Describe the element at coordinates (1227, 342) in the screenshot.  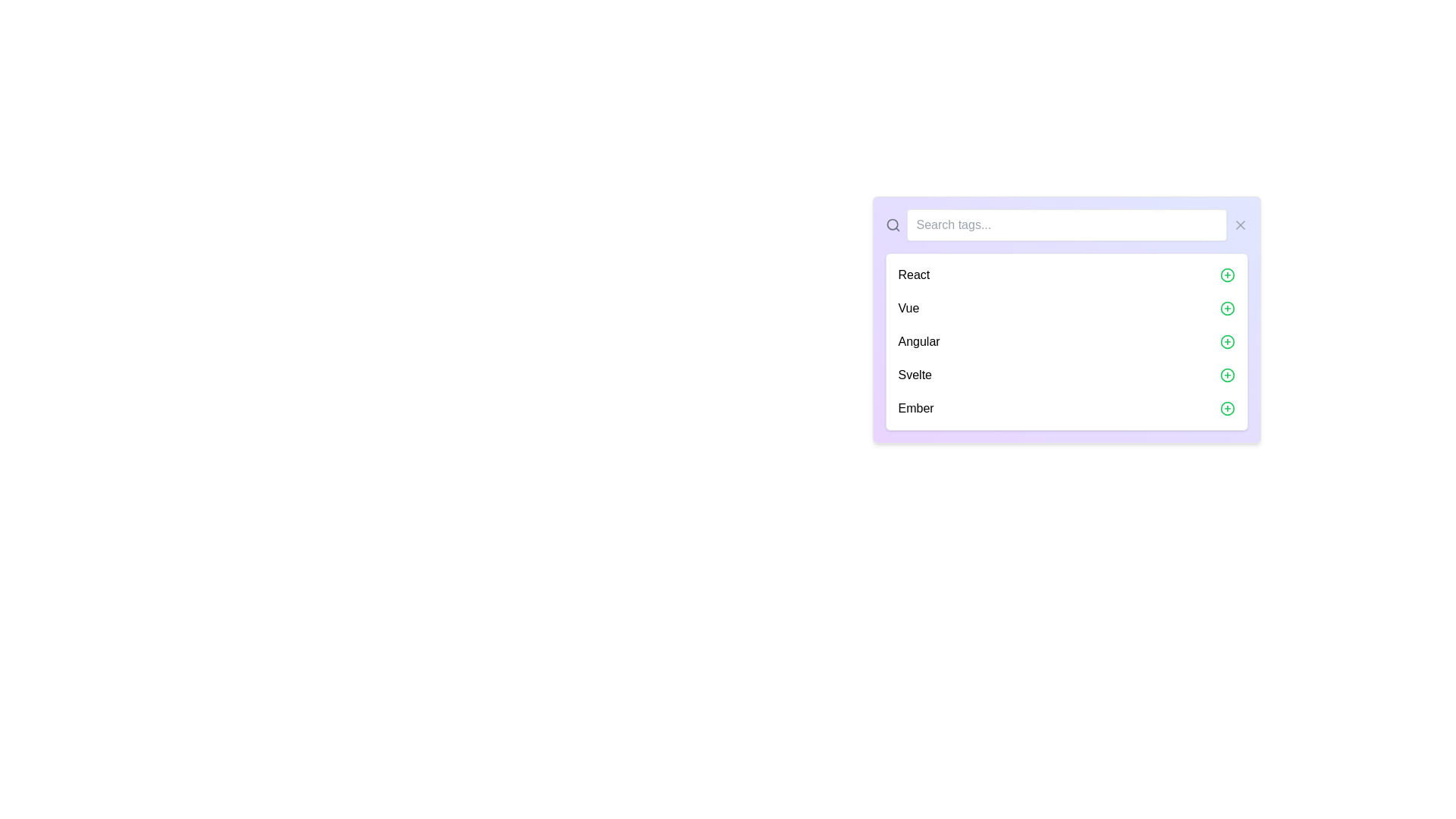
I see `the decorative SVG circle representing the 'circle plus' icon located to the right of the 'Angular' item in the list` at that location.